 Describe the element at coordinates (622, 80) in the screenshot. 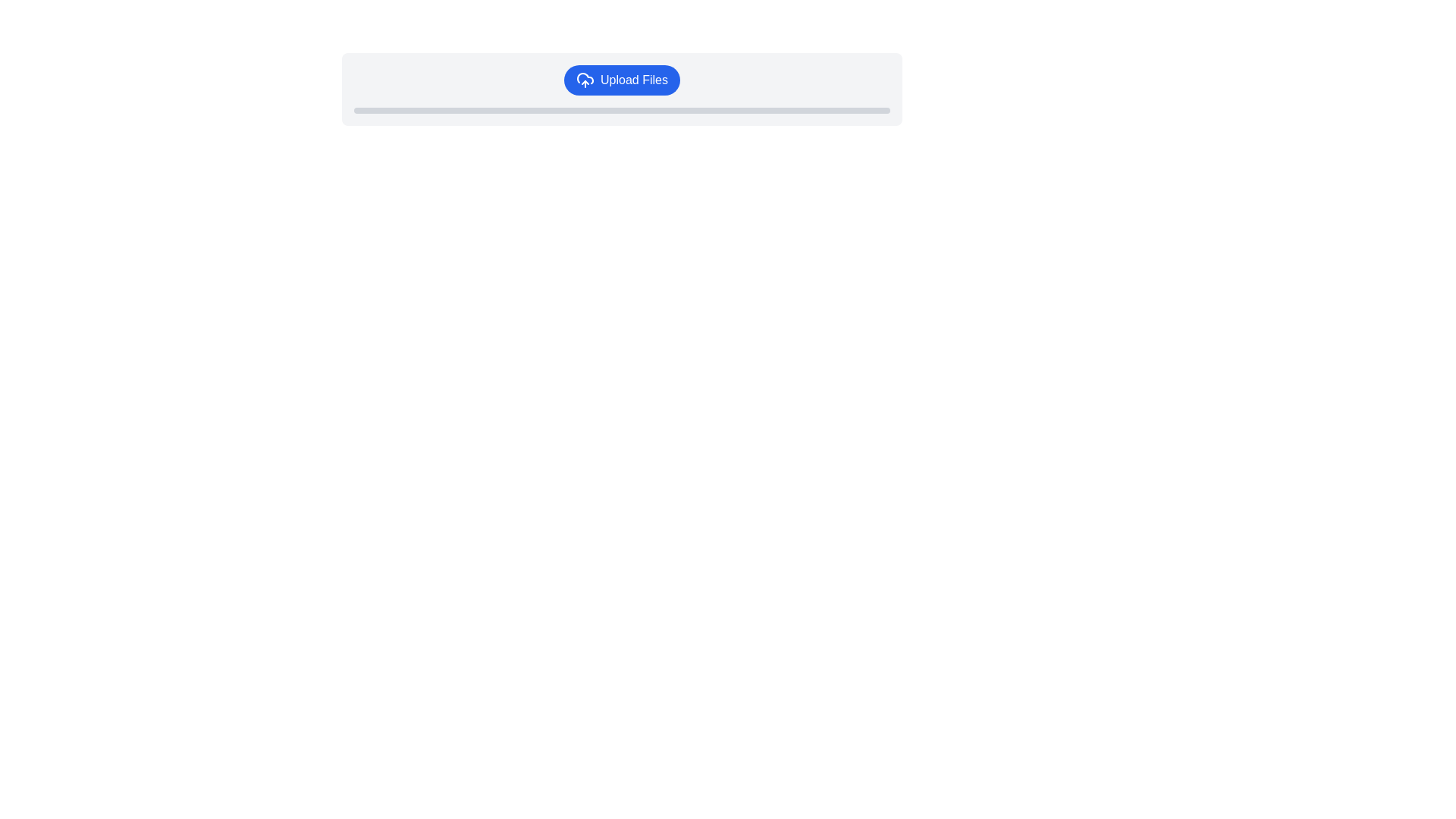

I see `the rounded rectangular button labeled 'Upload Files' with a blue background` at that location.